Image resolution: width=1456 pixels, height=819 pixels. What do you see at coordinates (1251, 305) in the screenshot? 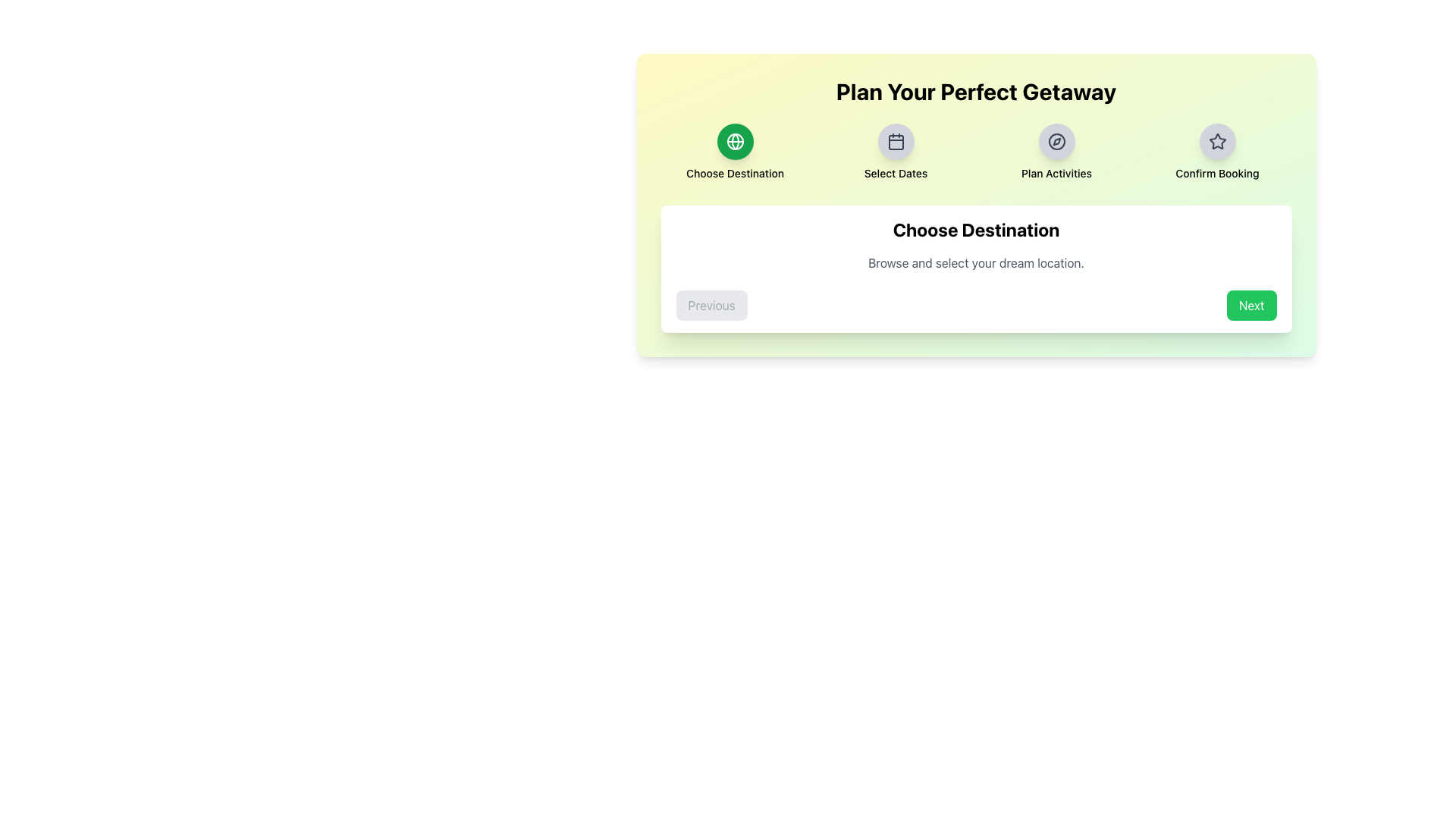
I see `the 'Next' button, which is the second button in a horizontal pair of navigation buttons, to proceed to the next step in the multi-step process` at bounding box center [1251, 305].